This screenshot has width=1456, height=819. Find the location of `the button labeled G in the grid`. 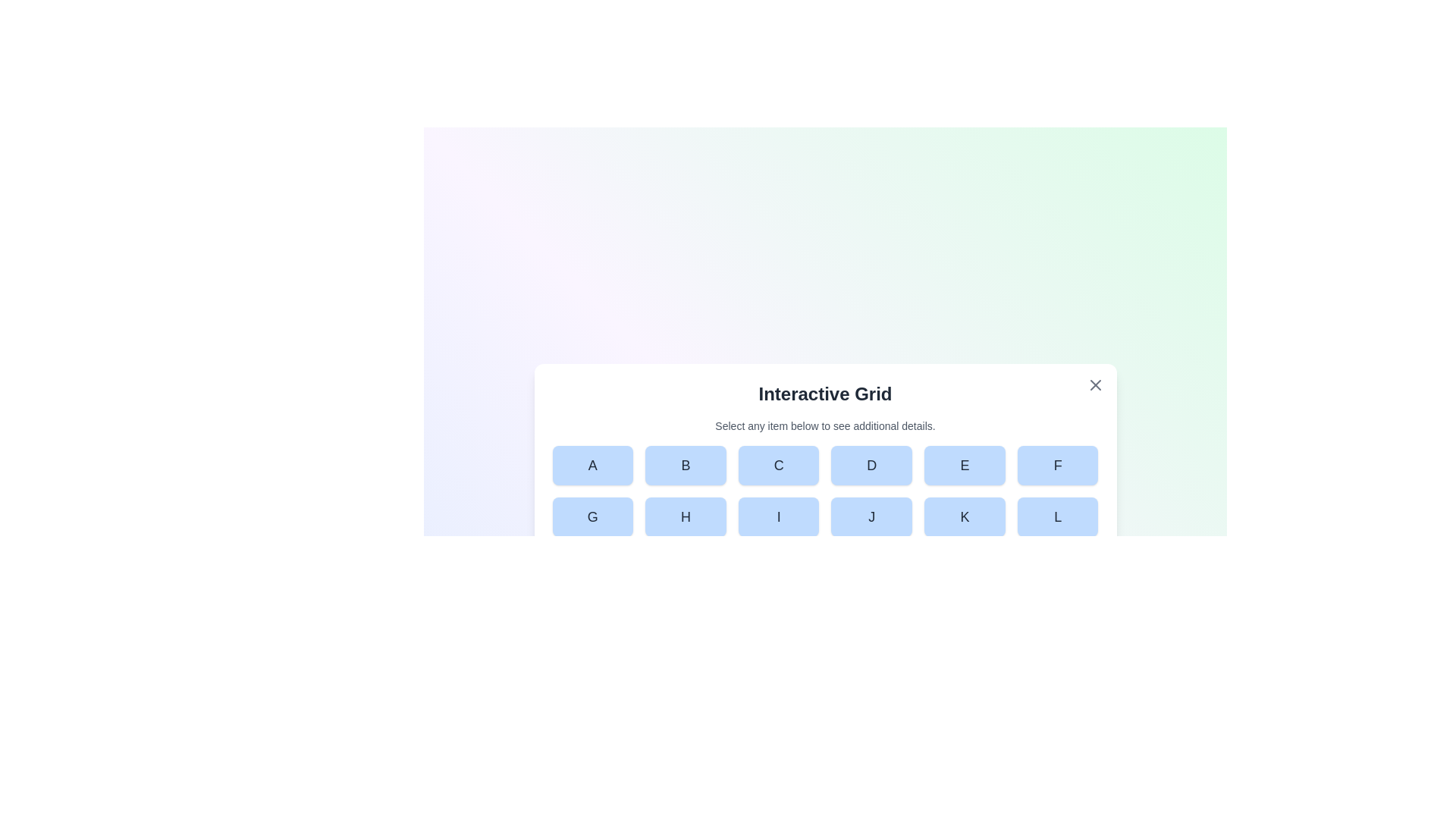

the button labeled G in the grid is located at coordinates (591, 516).